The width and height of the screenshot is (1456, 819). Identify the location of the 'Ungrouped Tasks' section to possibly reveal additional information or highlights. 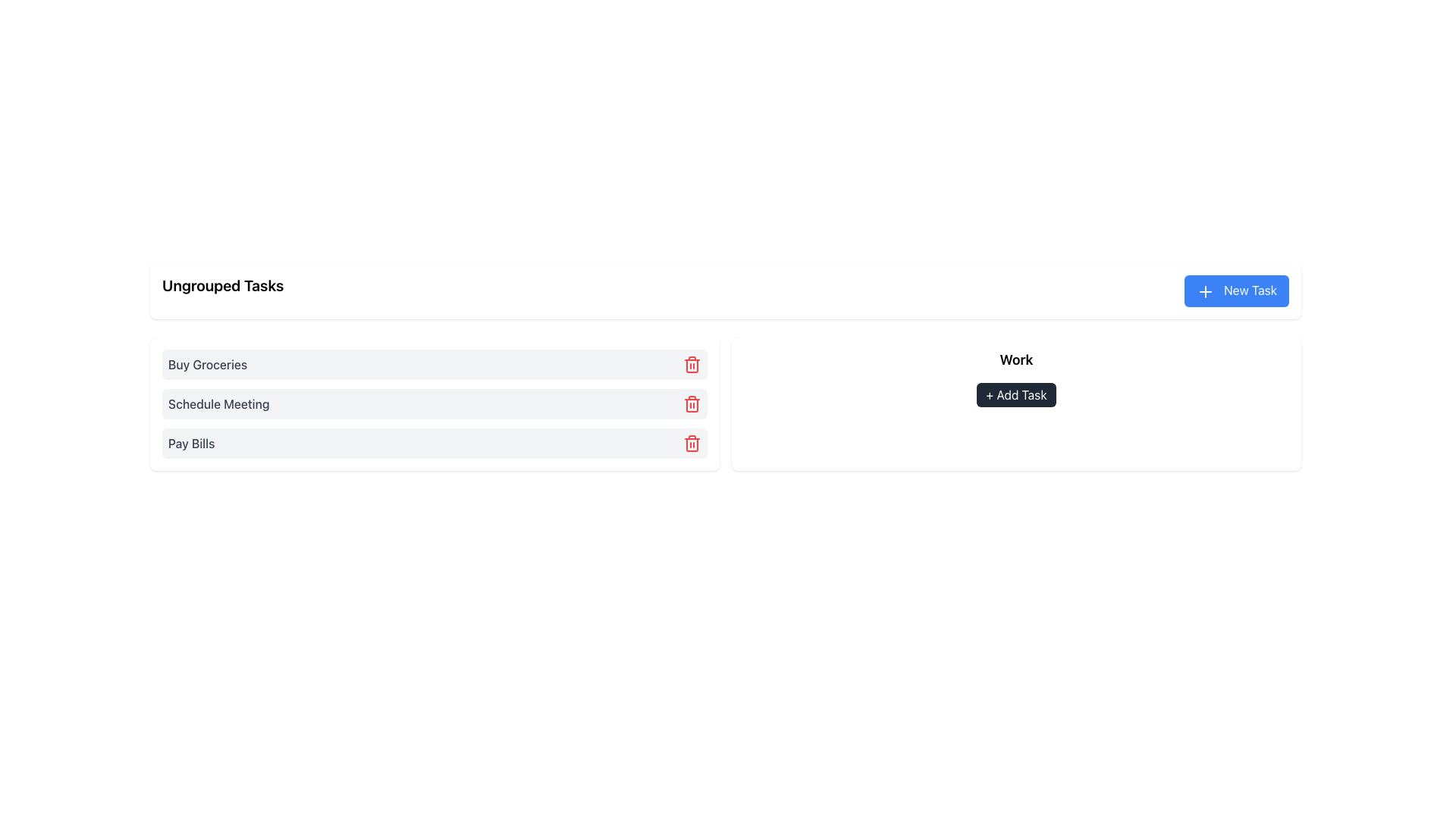
(434, 403).